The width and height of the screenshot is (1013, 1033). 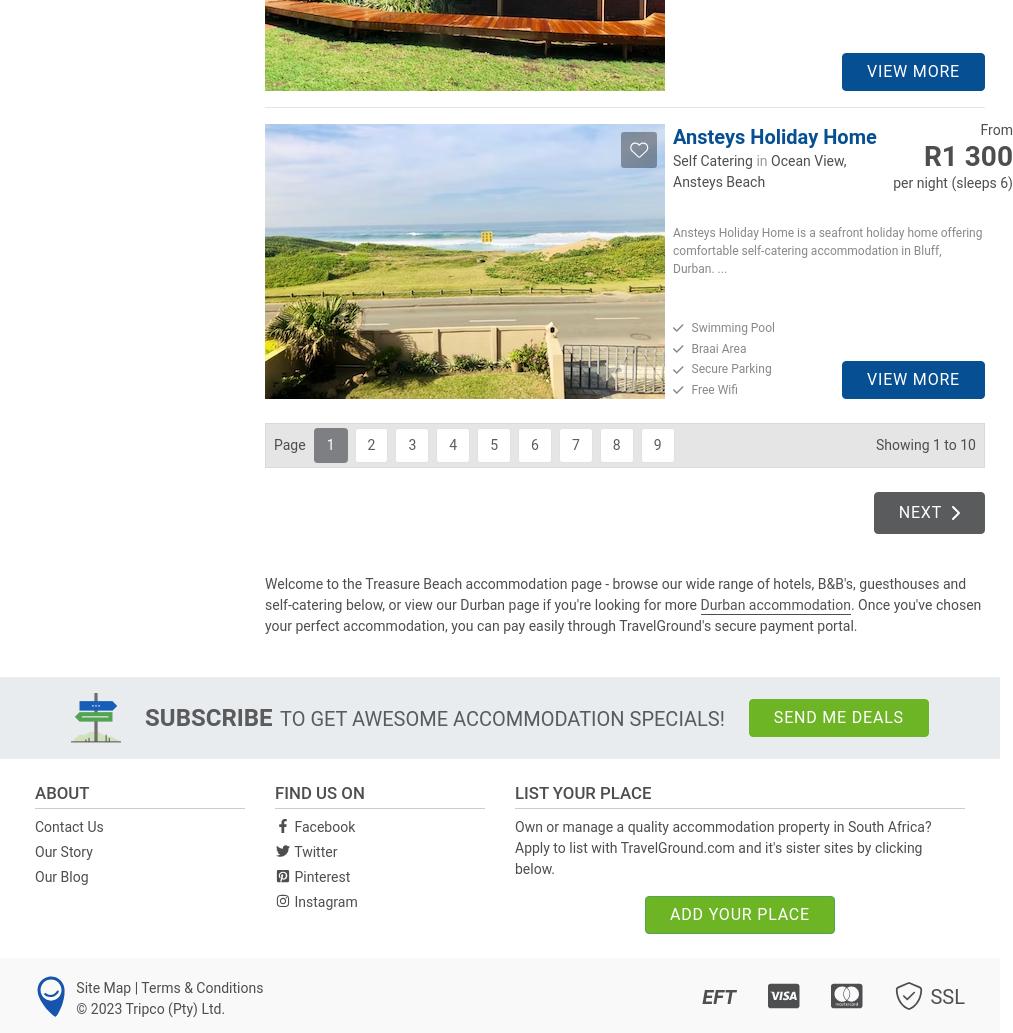 What do you see at coordinates (323, 825) in the screenshot?
I see `'Facebook'` at bounding box center [323, 825].